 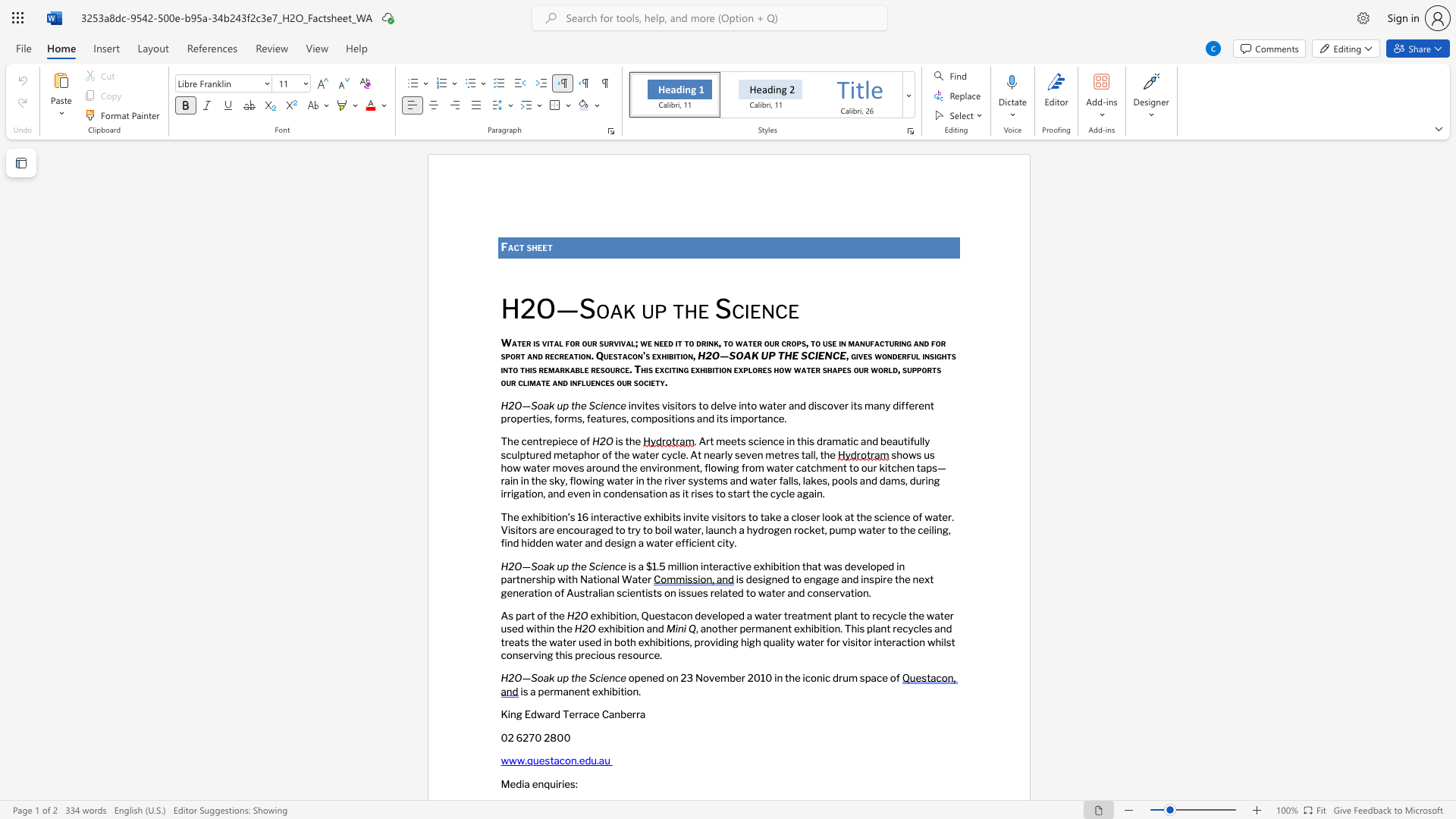 What do you see at coordinates (569, 381) in the screenshot?
I see `the subset text "infl" within the text "and influences our society."` at bounding box center [569, 381].